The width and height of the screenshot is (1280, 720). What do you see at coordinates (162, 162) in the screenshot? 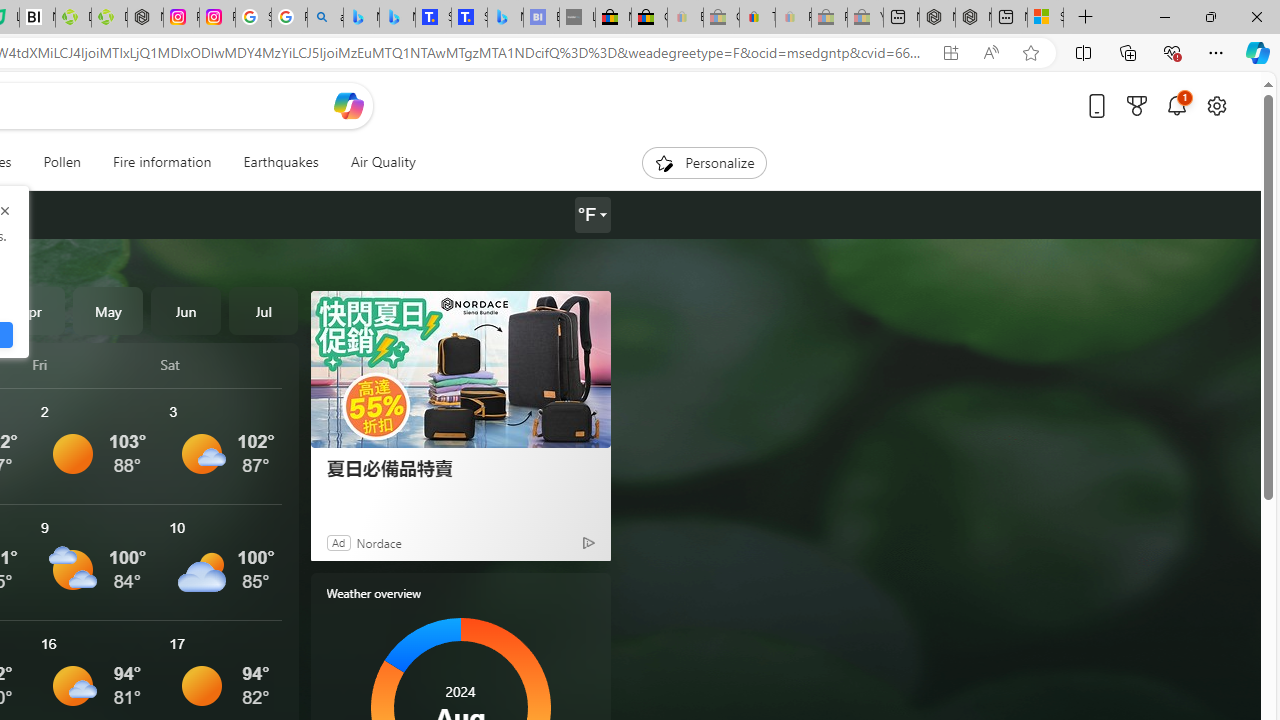
I see `'Fire information'` at bounding box center [162, 162].